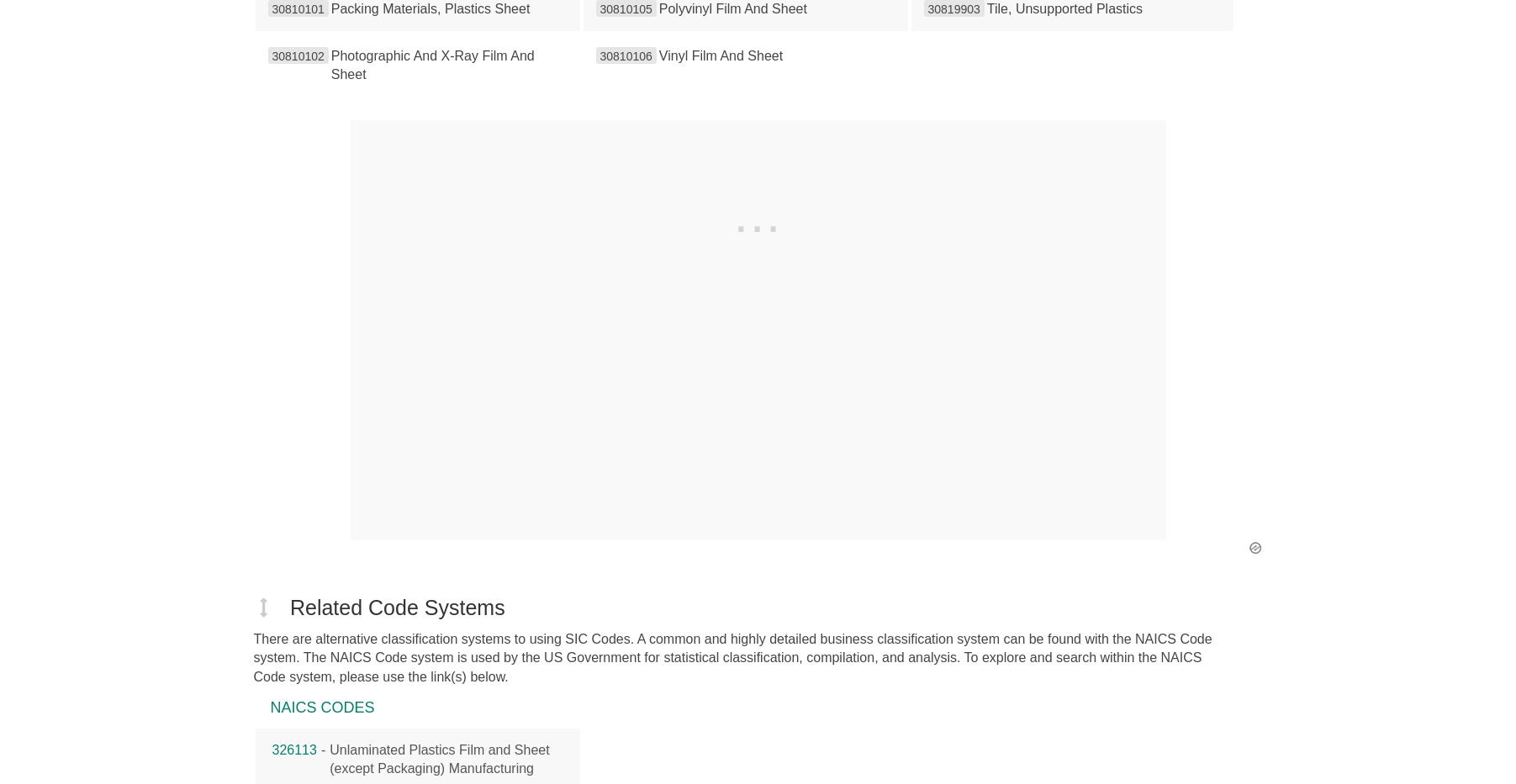 This screenshot has height=784, width=1516. What do you see at coordinates (429, 7) in the screenshot?
I see `'Packing Materials, Plastics Sheet'` at bounding box center [429, 7].